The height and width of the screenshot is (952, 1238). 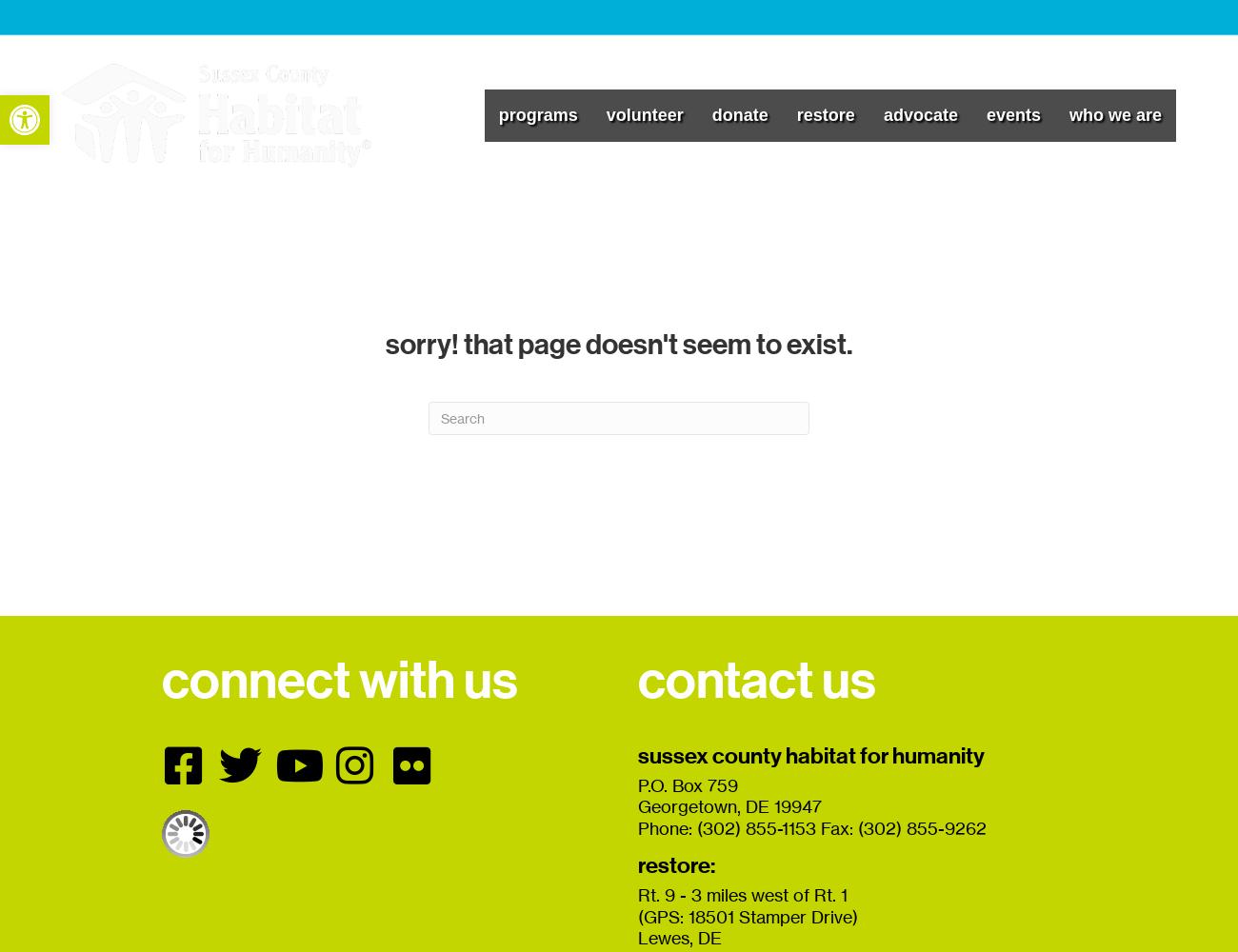 I want to click on 'Advocate', so click(x=883, y=113).